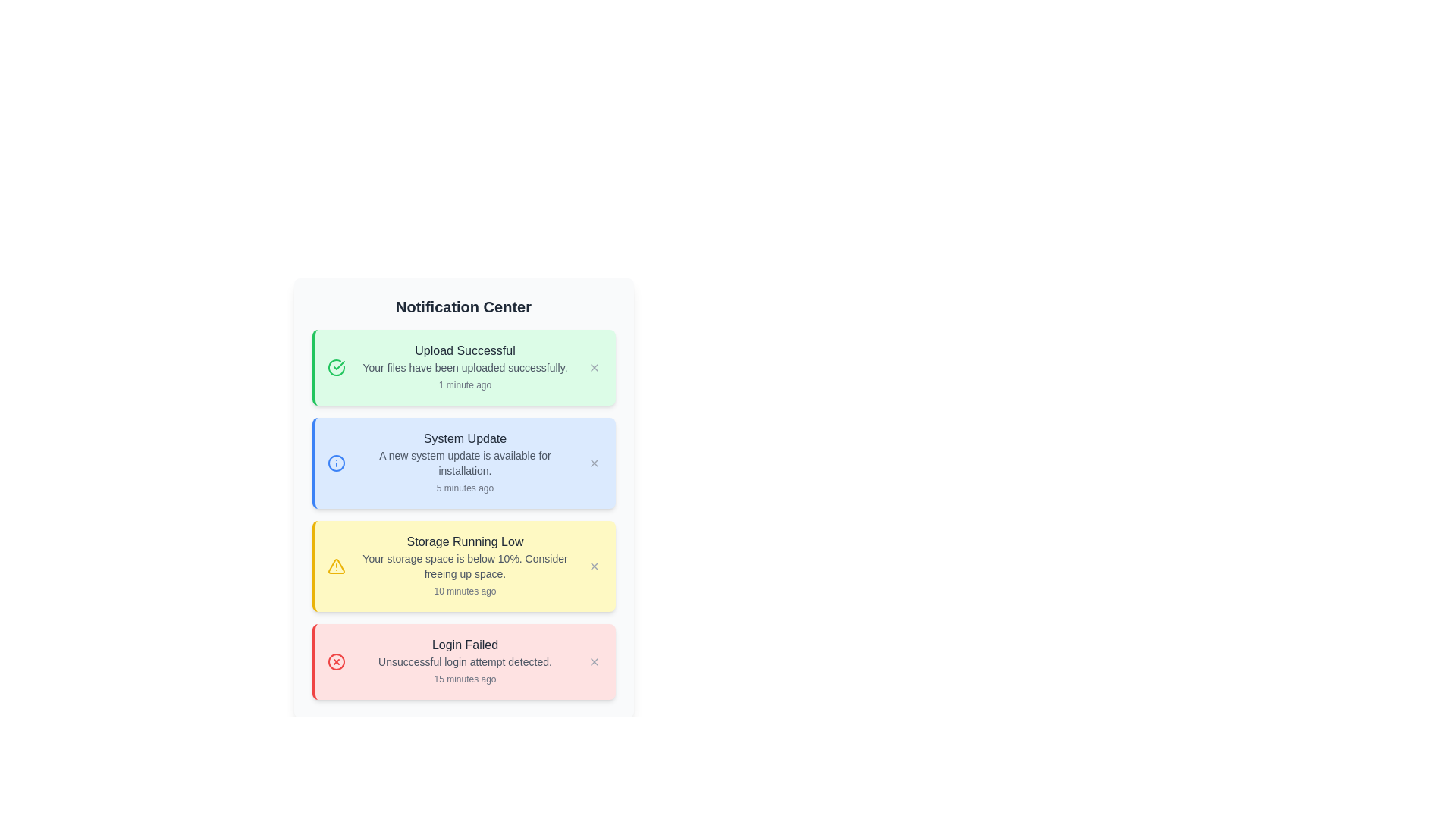  Describe the element at coordinates (464, 438) in the screenshot. I see `the text label that serves as the title for the notification, located at the top of the blue notification card` at that location.